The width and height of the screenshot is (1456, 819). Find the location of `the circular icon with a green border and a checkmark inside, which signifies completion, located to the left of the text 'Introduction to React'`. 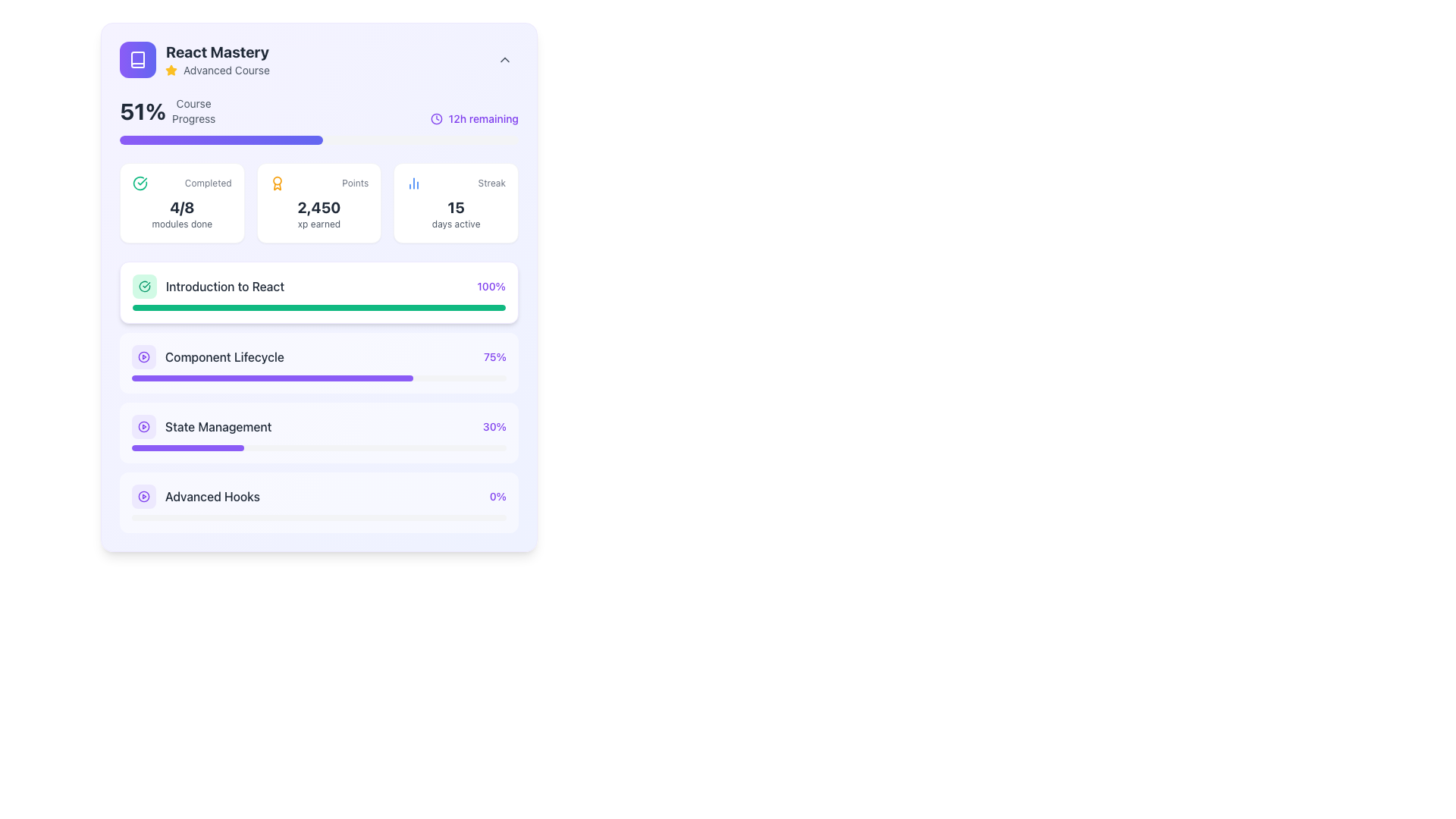

the circular icon with a green border and a checkmark inside, which signifies completion, located to the left of the text 'Introduction to React' is located at coordinates (145, 287).